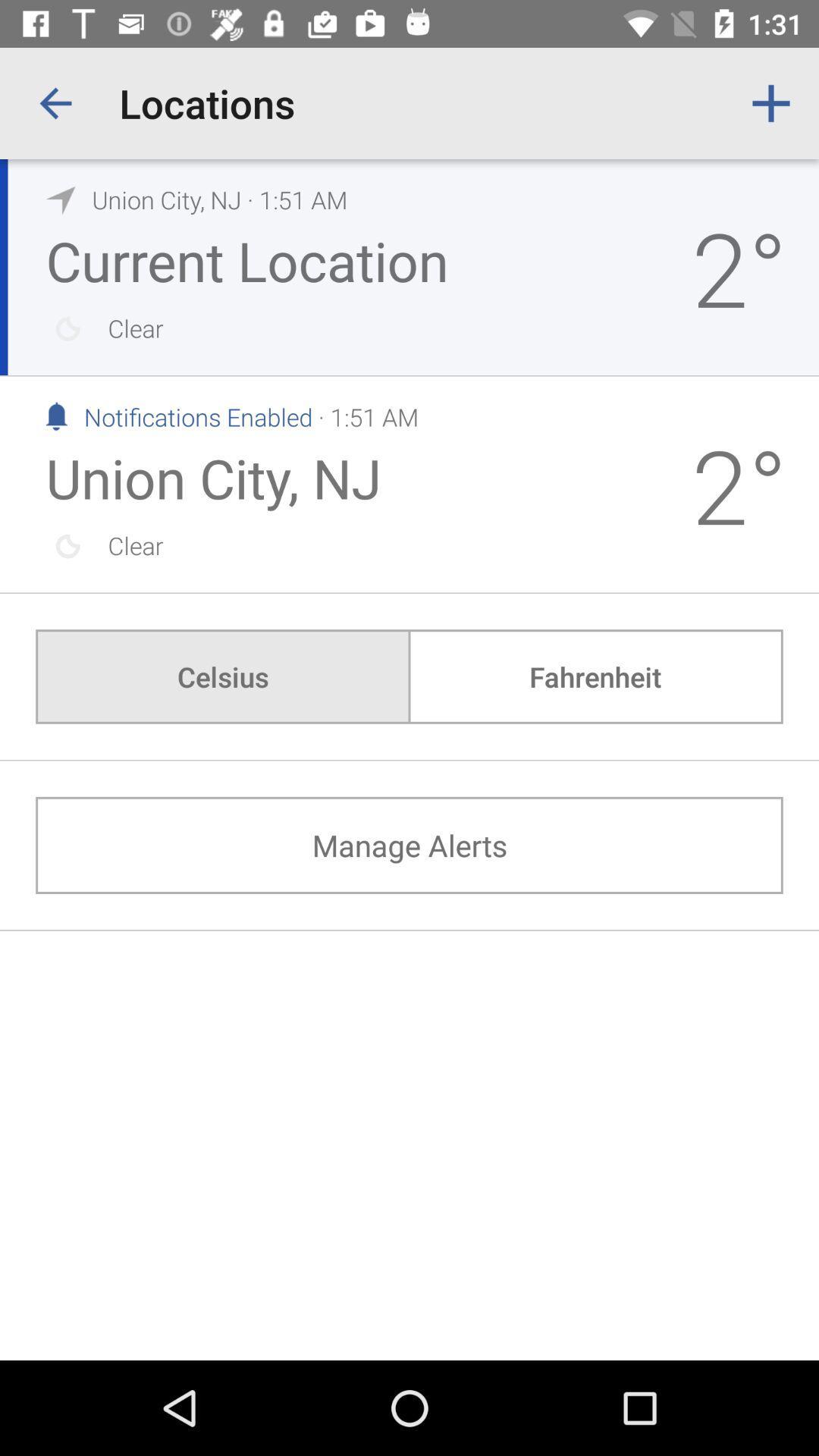 The image size is (819, 1456). Describe the element at coordinates (55, 102) in the screenshot. I see `the icon to the left of locations icon` at that location.